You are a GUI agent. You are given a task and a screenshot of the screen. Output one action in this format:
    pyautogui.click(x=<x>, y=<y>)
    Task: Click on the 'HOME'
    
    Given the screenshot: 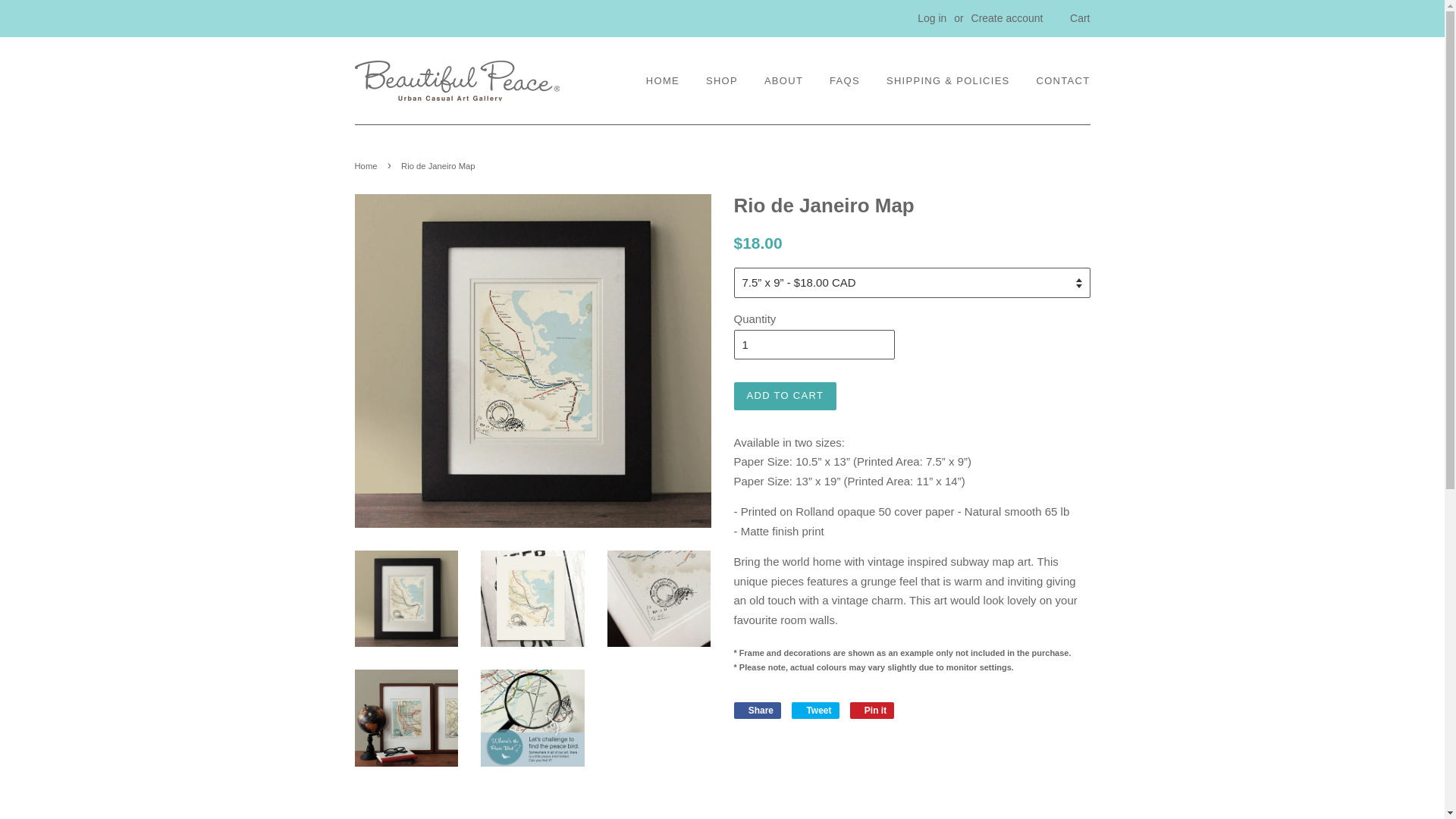 What is the action you would take?
    pyautogui.click(x=645, y=81)
    